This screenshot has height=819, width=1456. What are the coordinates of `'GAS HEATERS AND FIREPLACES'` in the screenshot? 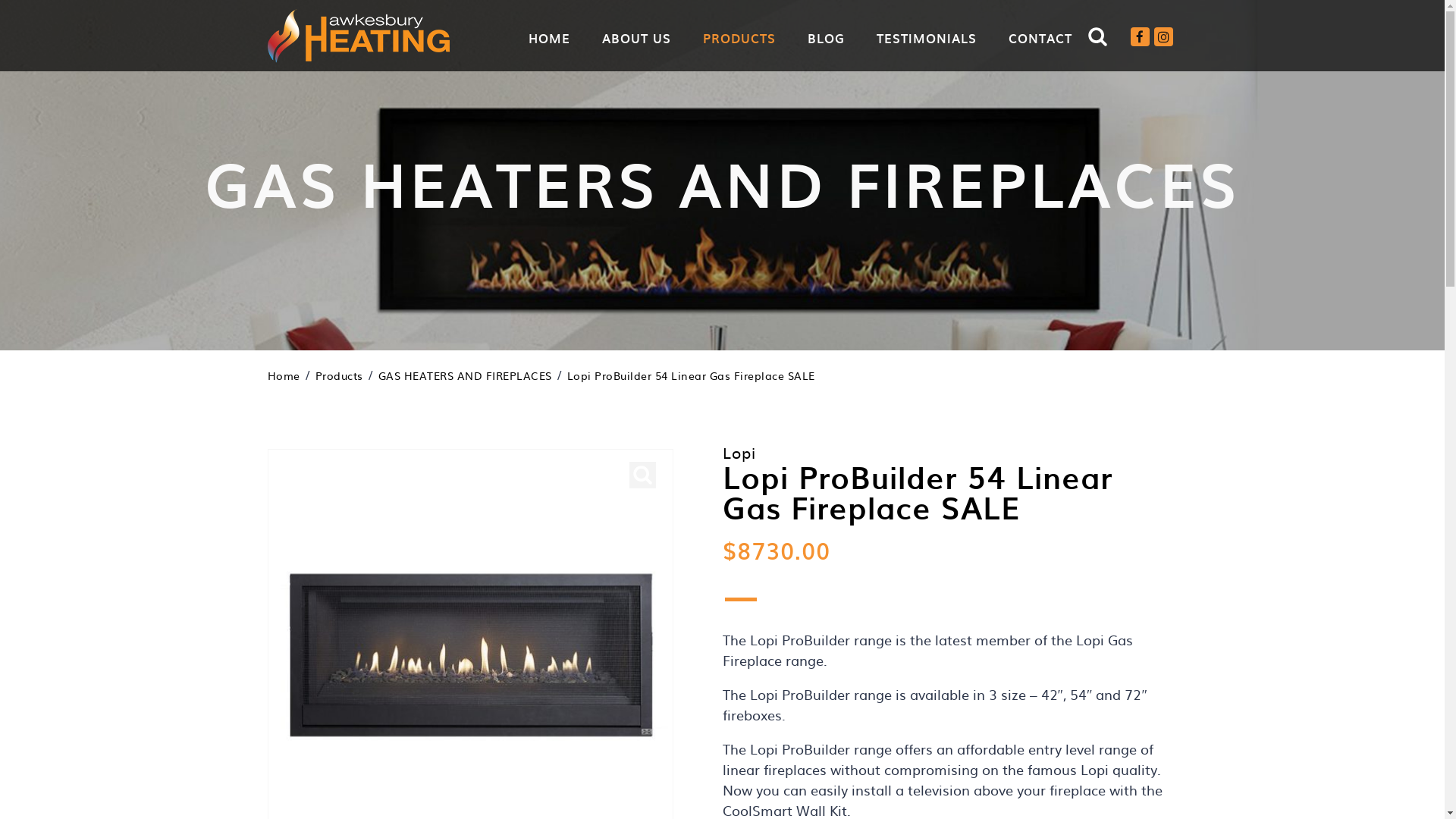 It's located at (463, 375).